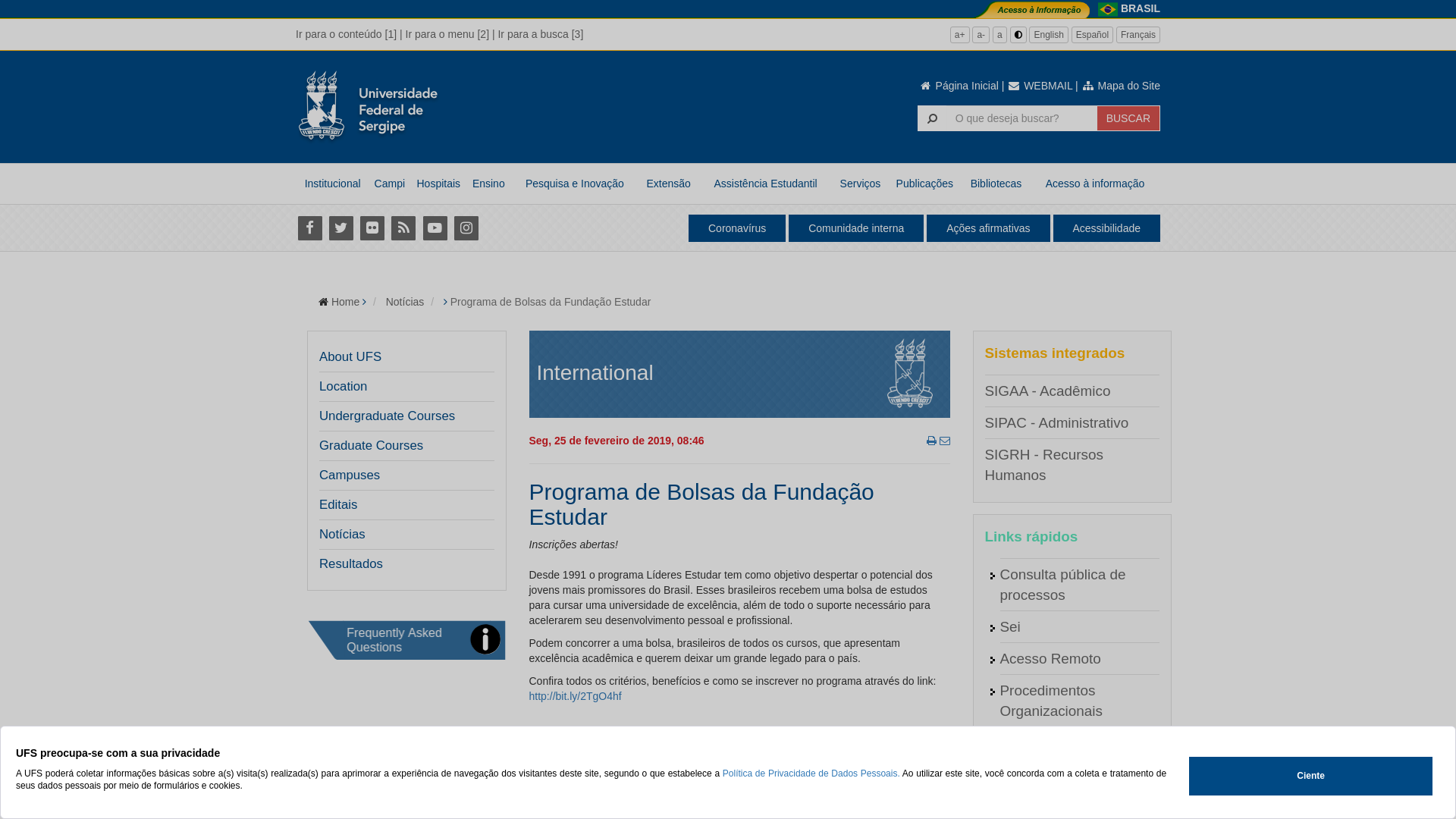 The image size is (1456, 819). Describe the element at coordinates (331, 183) in the screenshot. I see `'Institucional'` at that location.